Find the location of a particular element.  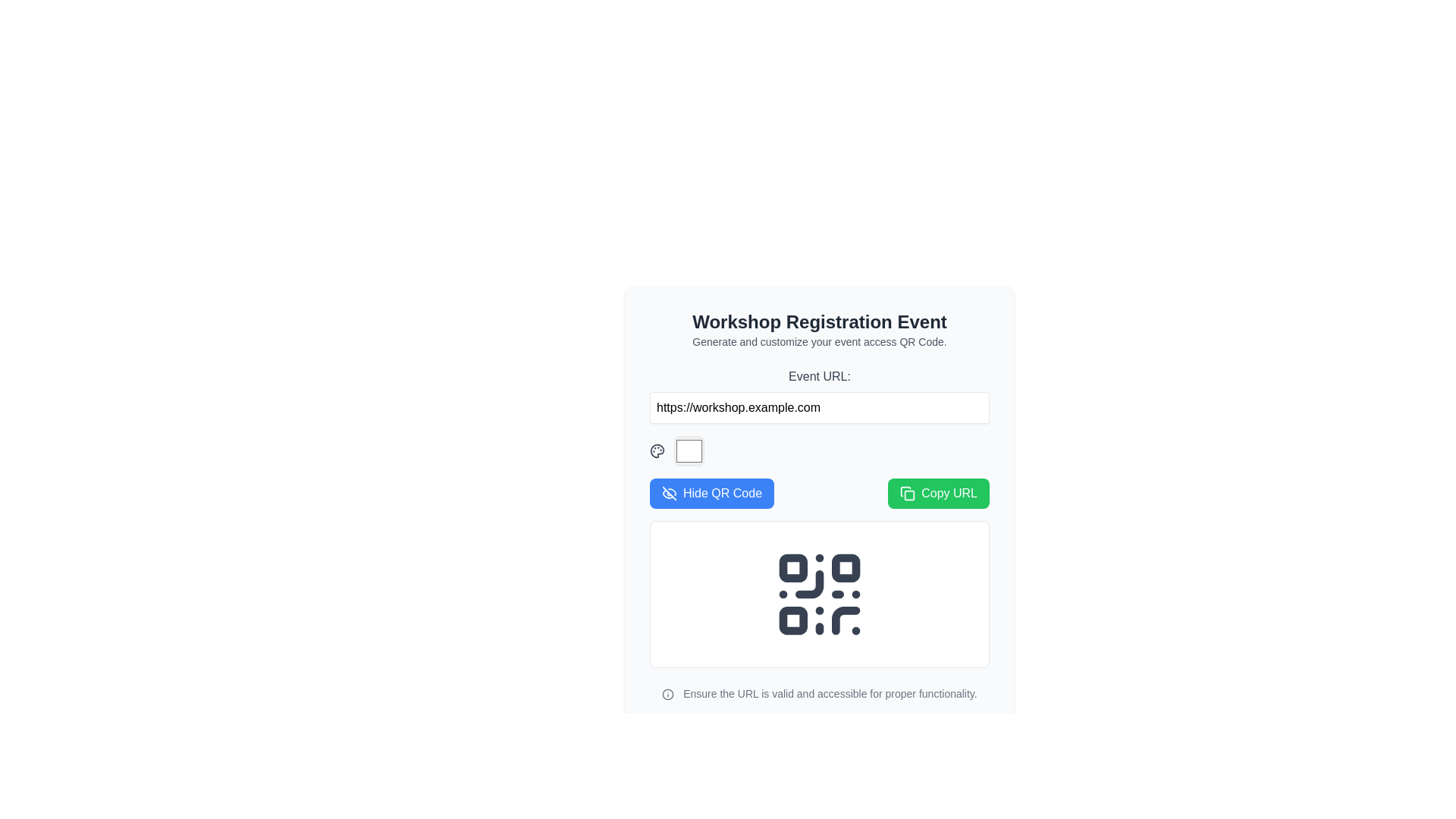

the small rounded square in the top-right corner of the QR code graphic, which is part of the stylistic decoration is located at coordinates (845, 568).